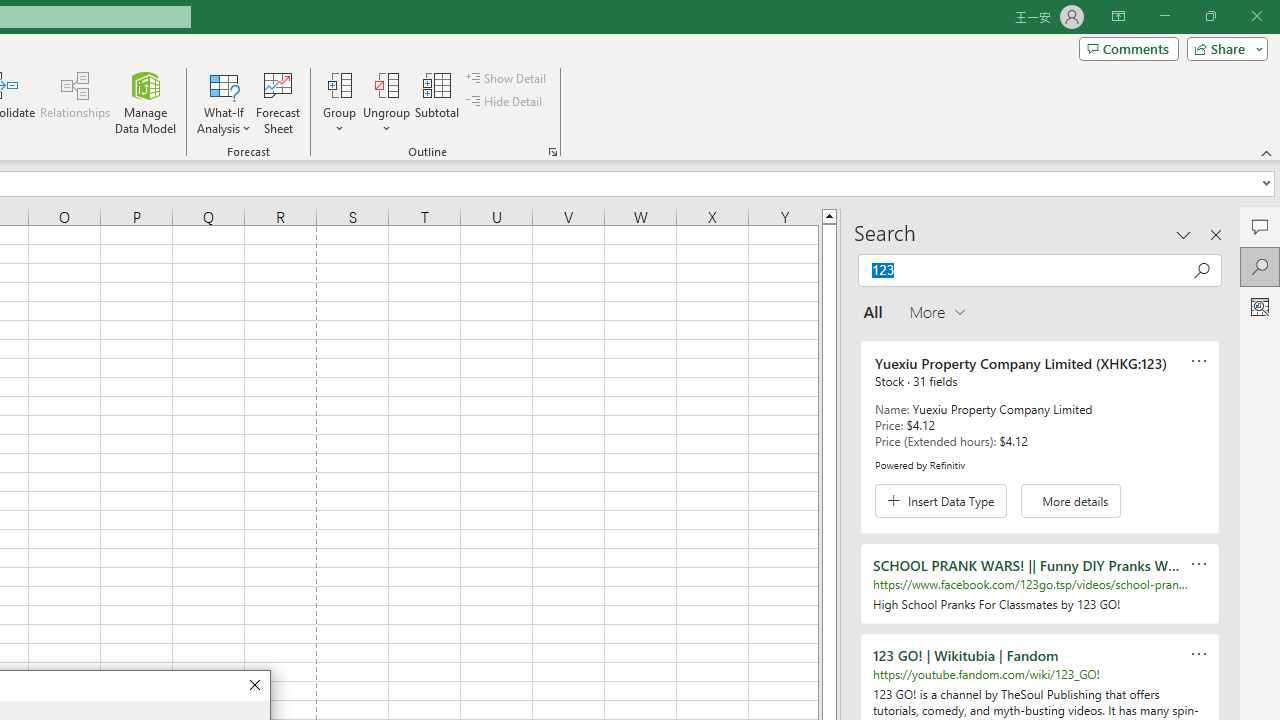  Describe the element at coordinates (1222, 47) in the screenshot. I see `'Share'` at that location.